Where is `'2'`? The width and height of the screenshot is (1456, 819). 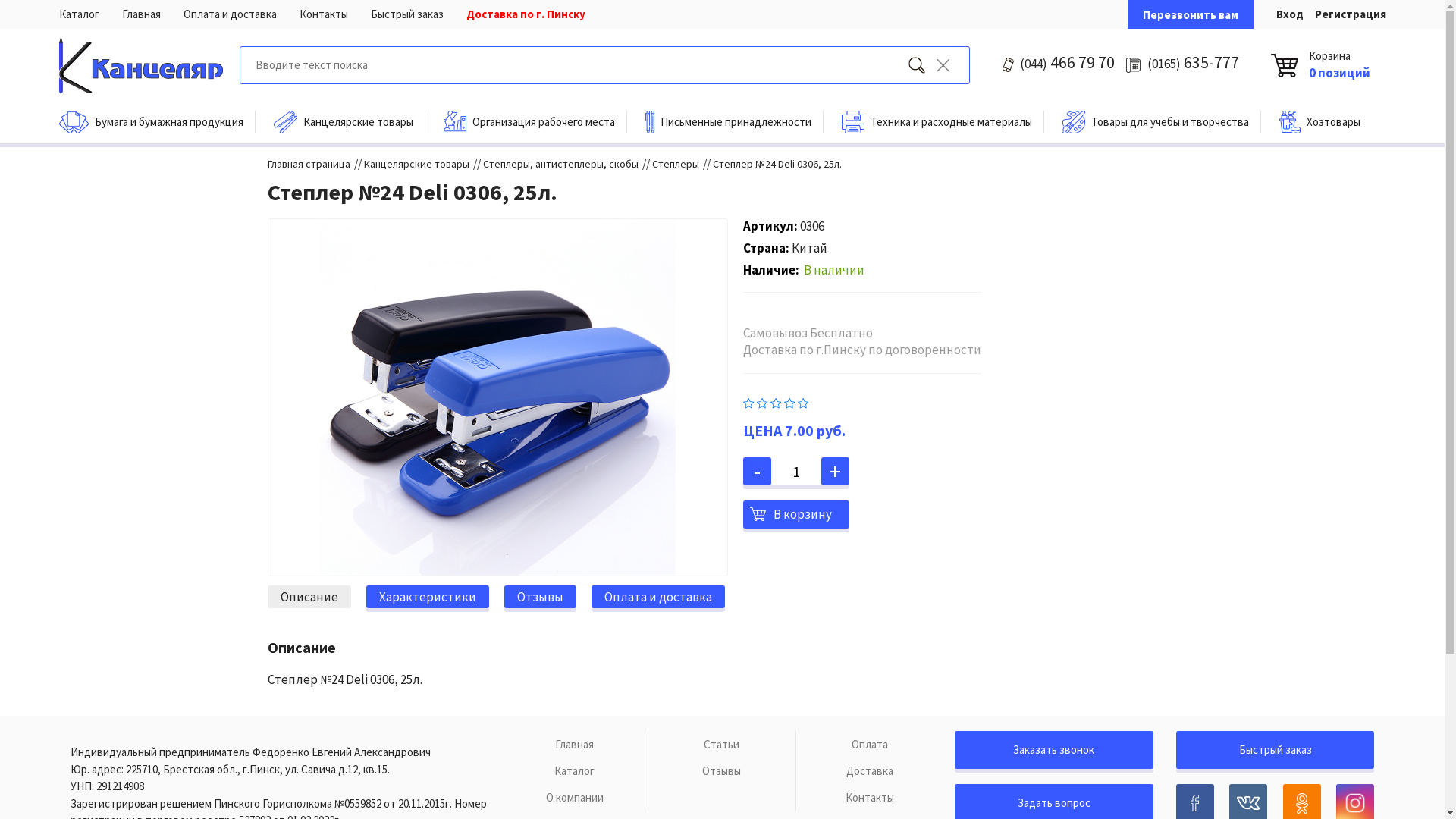 '2' is located at coordinates (757, 400).